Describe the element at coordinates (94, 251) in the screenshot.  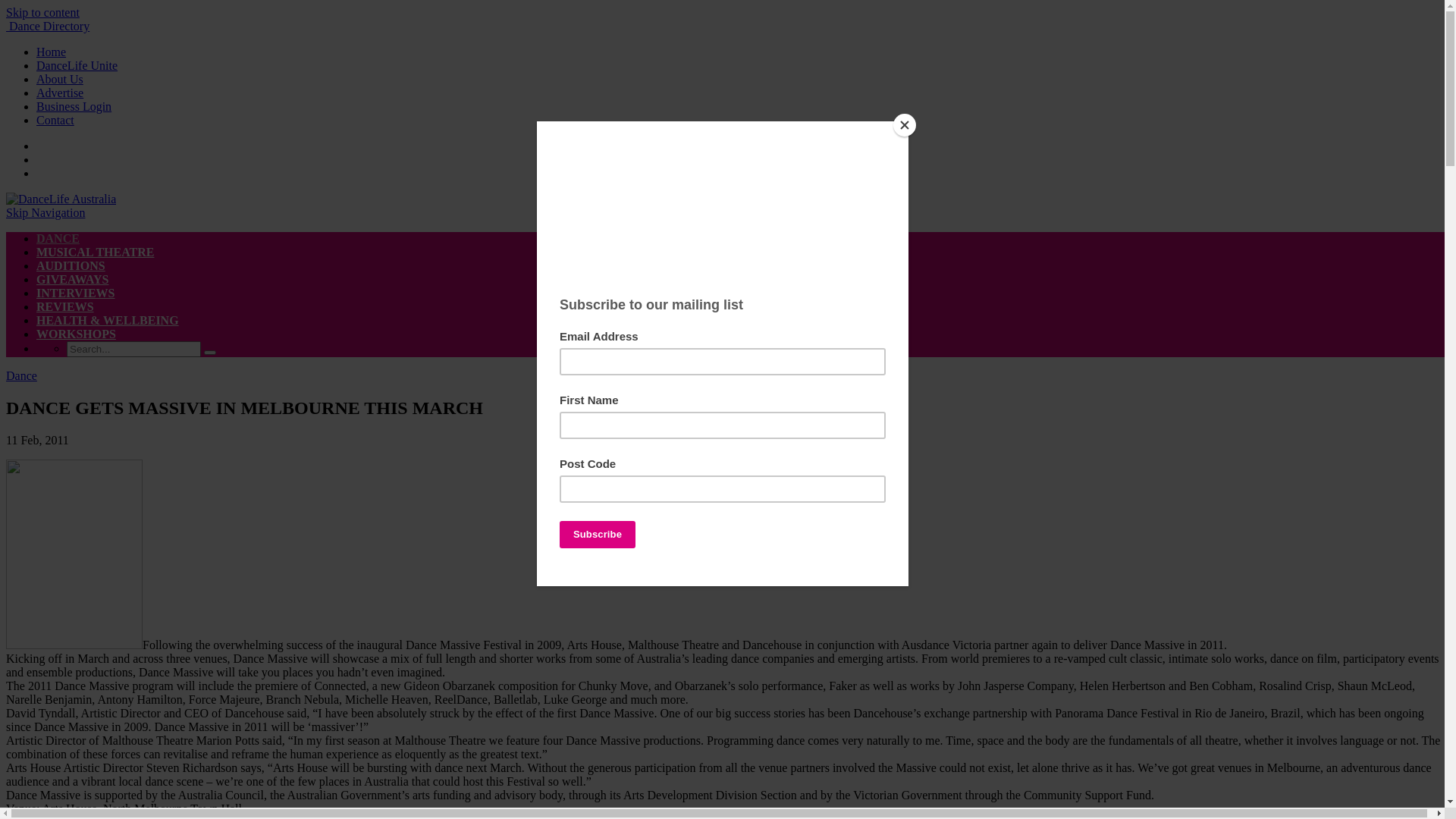
I see `'MUSICAL THEATRE'` at that location.